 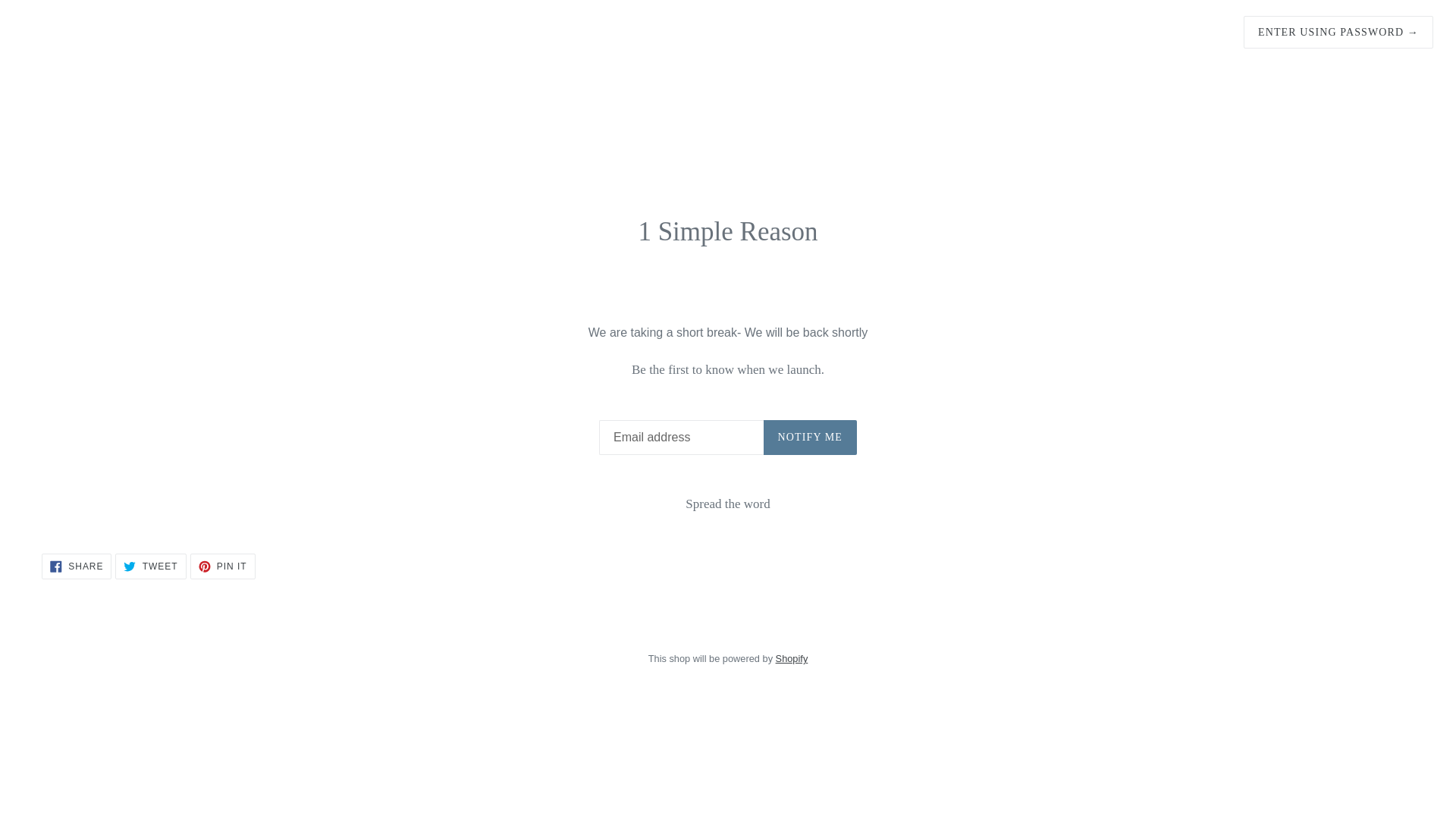 I want to click on 'PIN IT, so click(x=189, y=566).